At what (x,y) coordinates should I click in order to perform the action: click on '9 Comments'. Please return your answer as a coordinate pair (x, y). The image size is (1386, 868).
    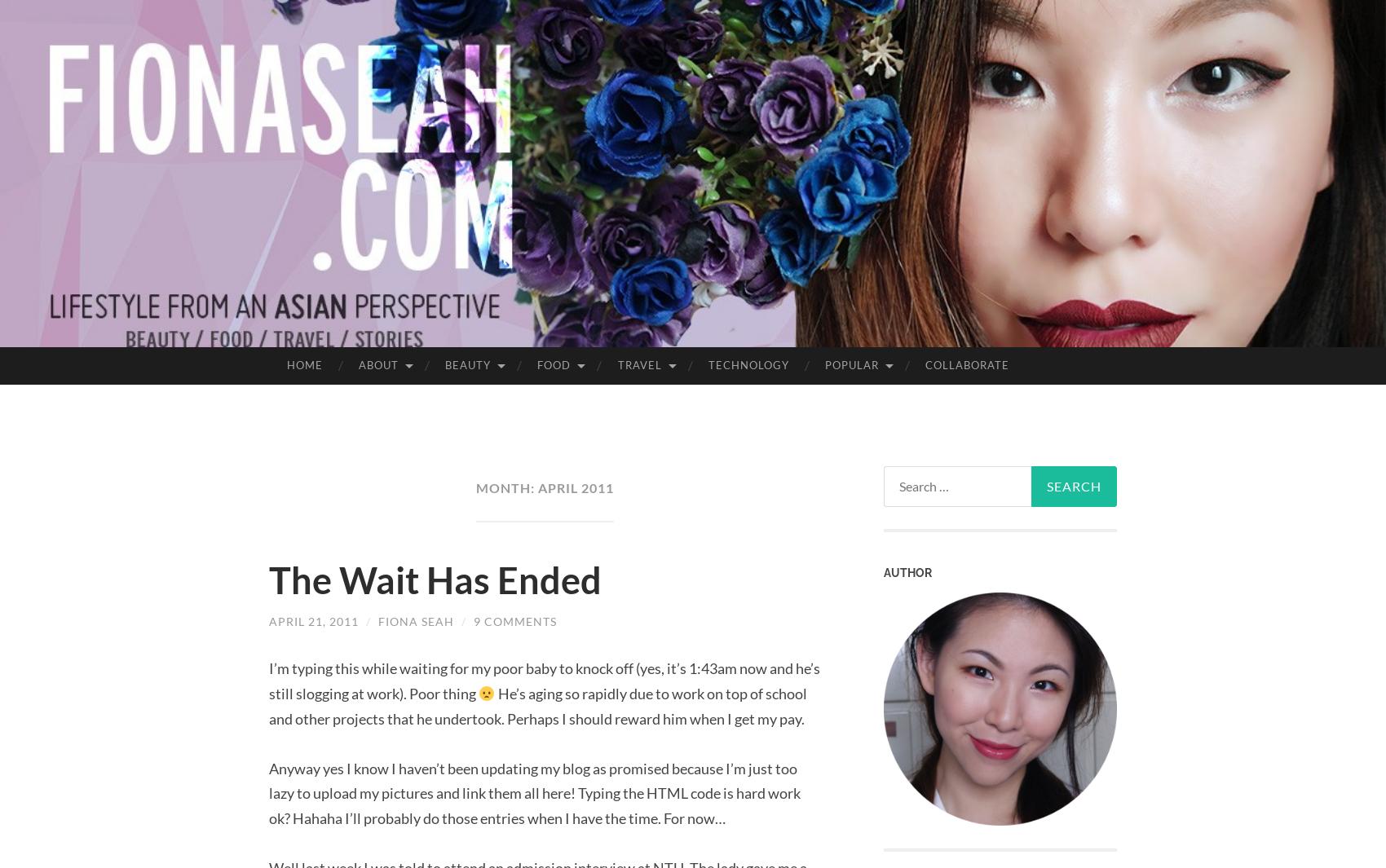
    Looking at the image, I should click on (514, 620).